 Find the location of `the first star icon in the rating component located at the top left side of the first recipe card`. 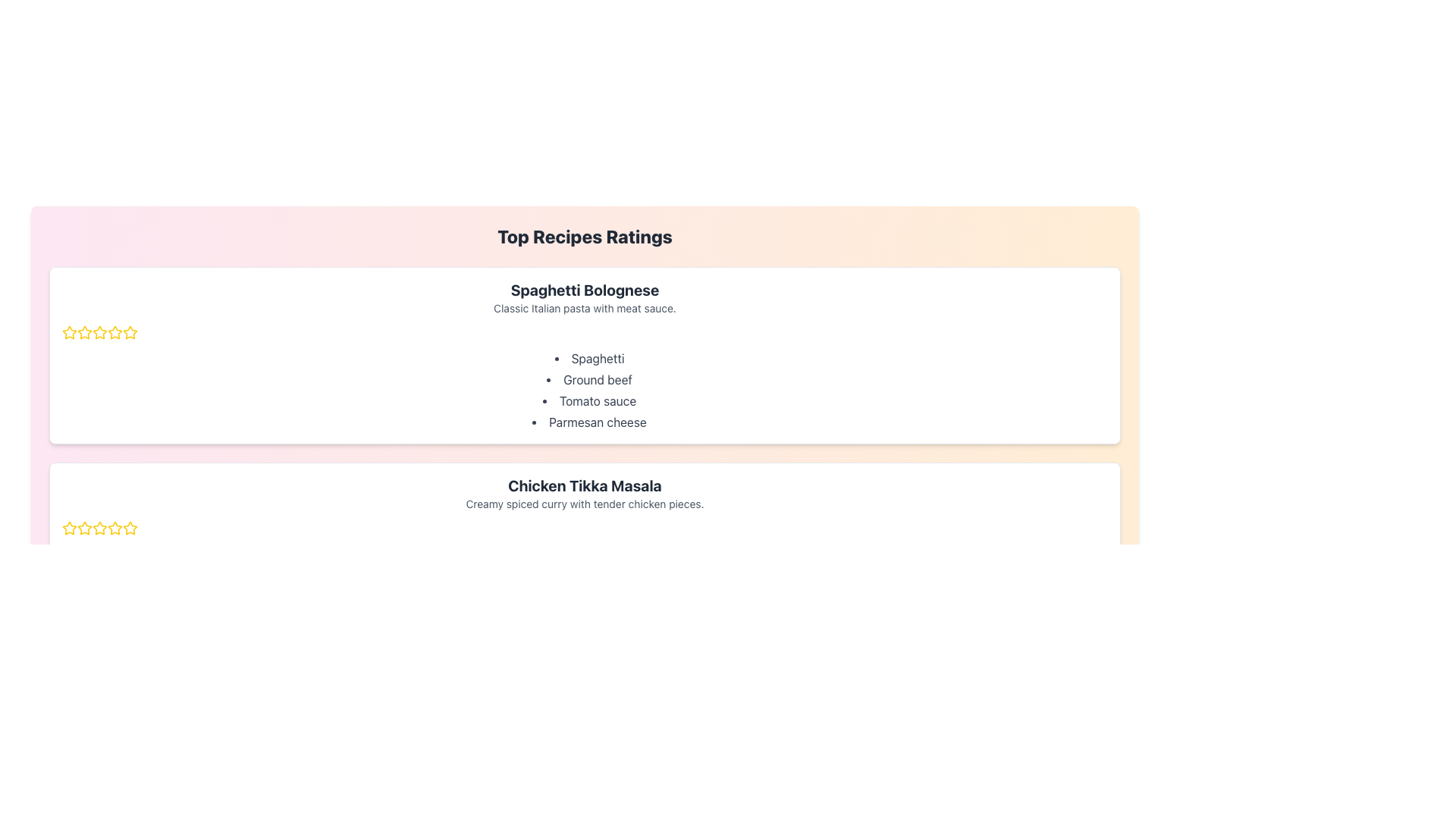

the first star icon in the rating component located at the top left side of the first recipe card is located at coordinates (68, 332).